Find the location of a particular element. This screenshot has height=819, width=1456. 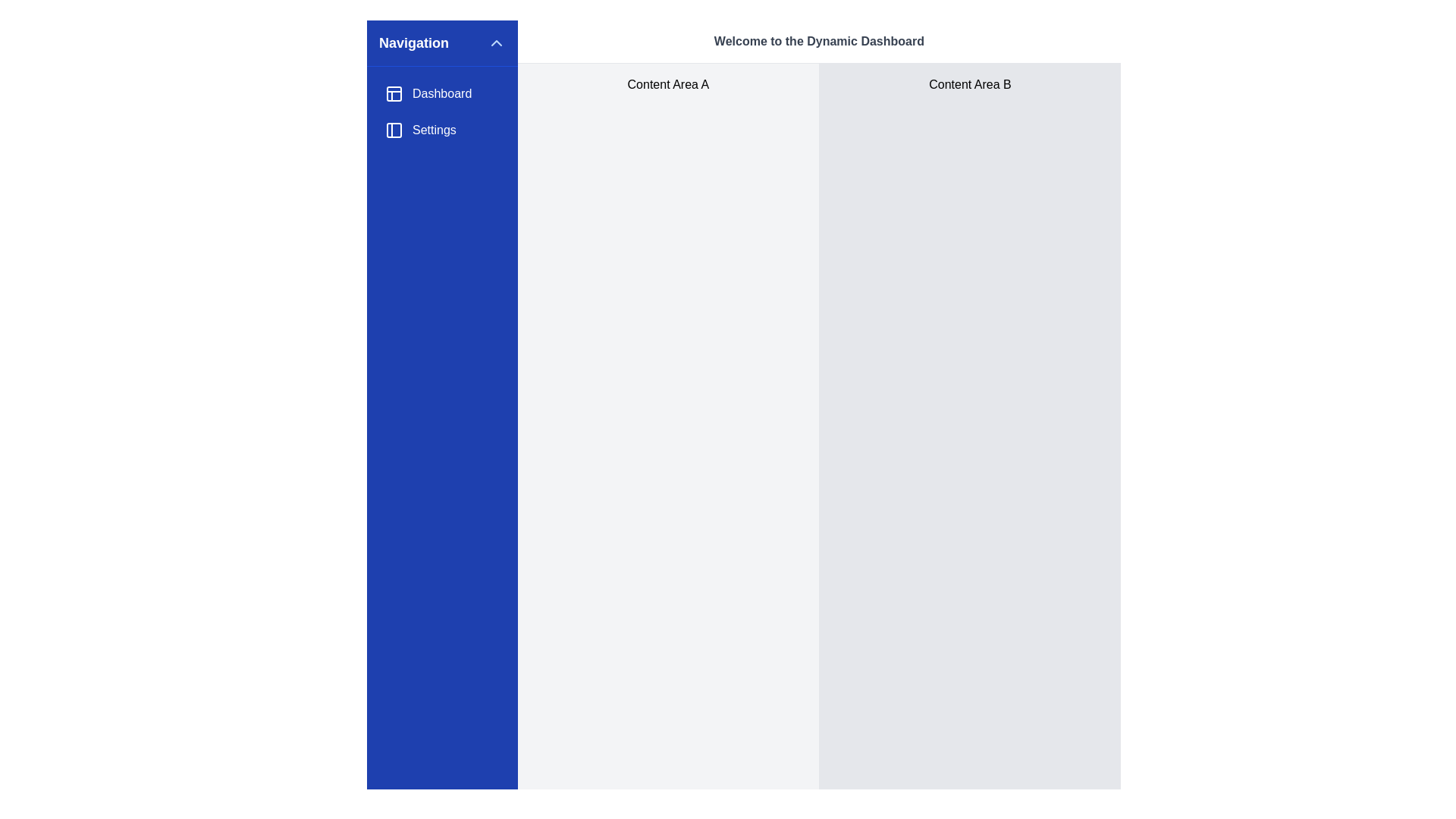

the first button in the vertical navigation menu is located at coordinates (441, 93).